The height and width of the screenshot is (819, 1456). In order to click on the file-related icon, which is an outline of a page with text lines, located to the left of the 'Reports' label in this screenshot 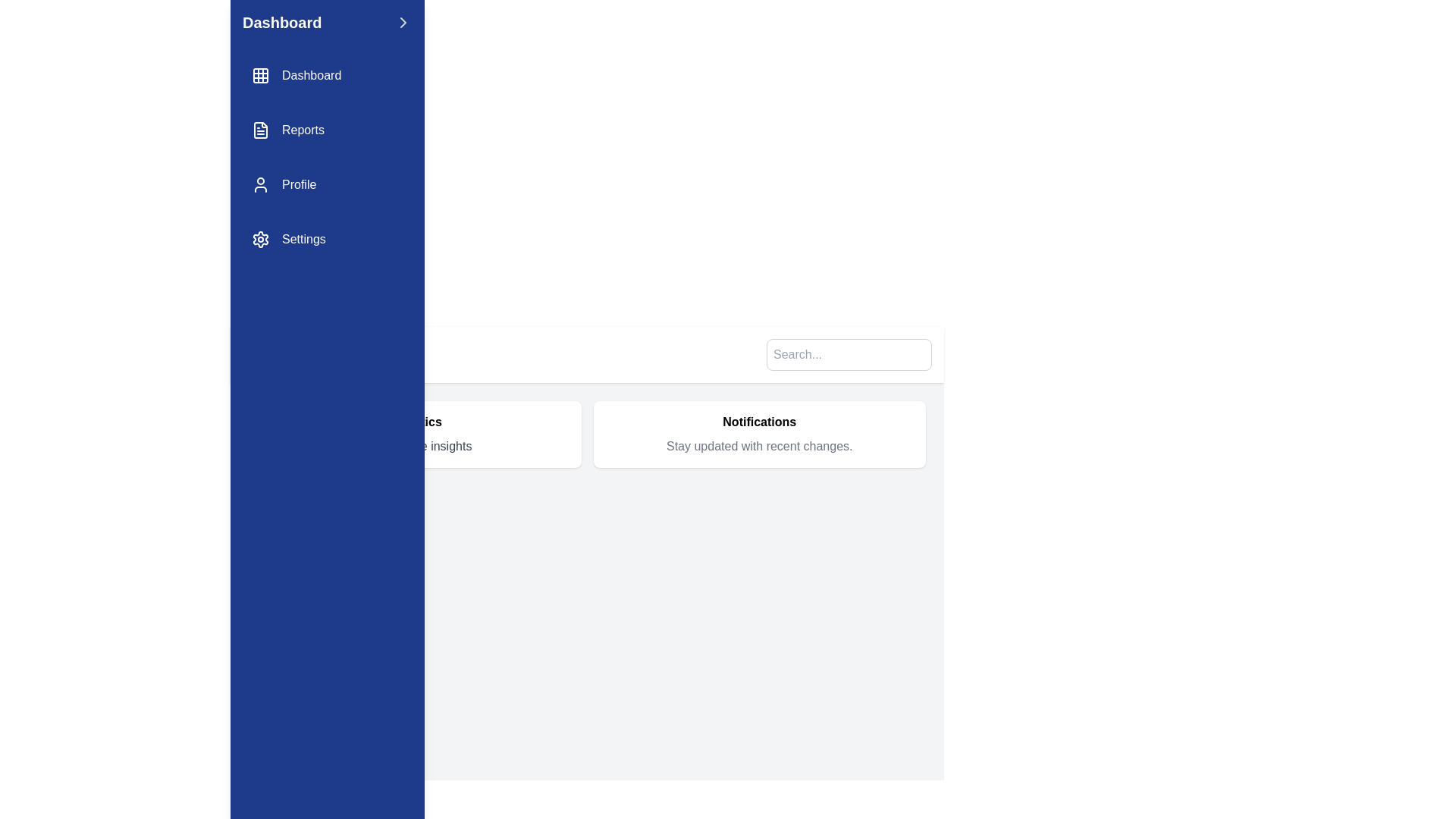, I will do `click(261, 130)`.